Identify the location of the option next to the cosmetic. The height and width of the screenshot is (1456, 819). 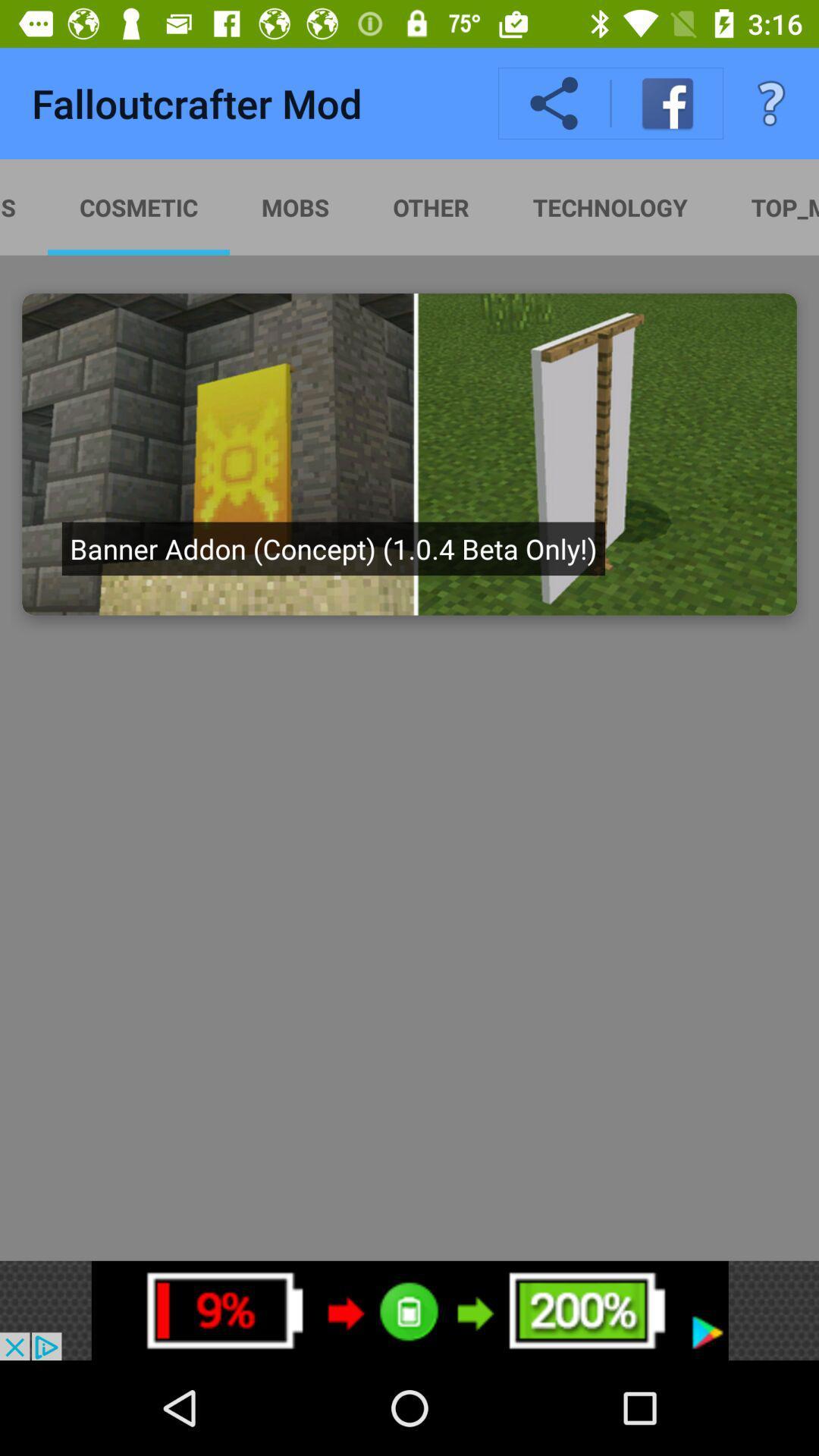
(295, 206).